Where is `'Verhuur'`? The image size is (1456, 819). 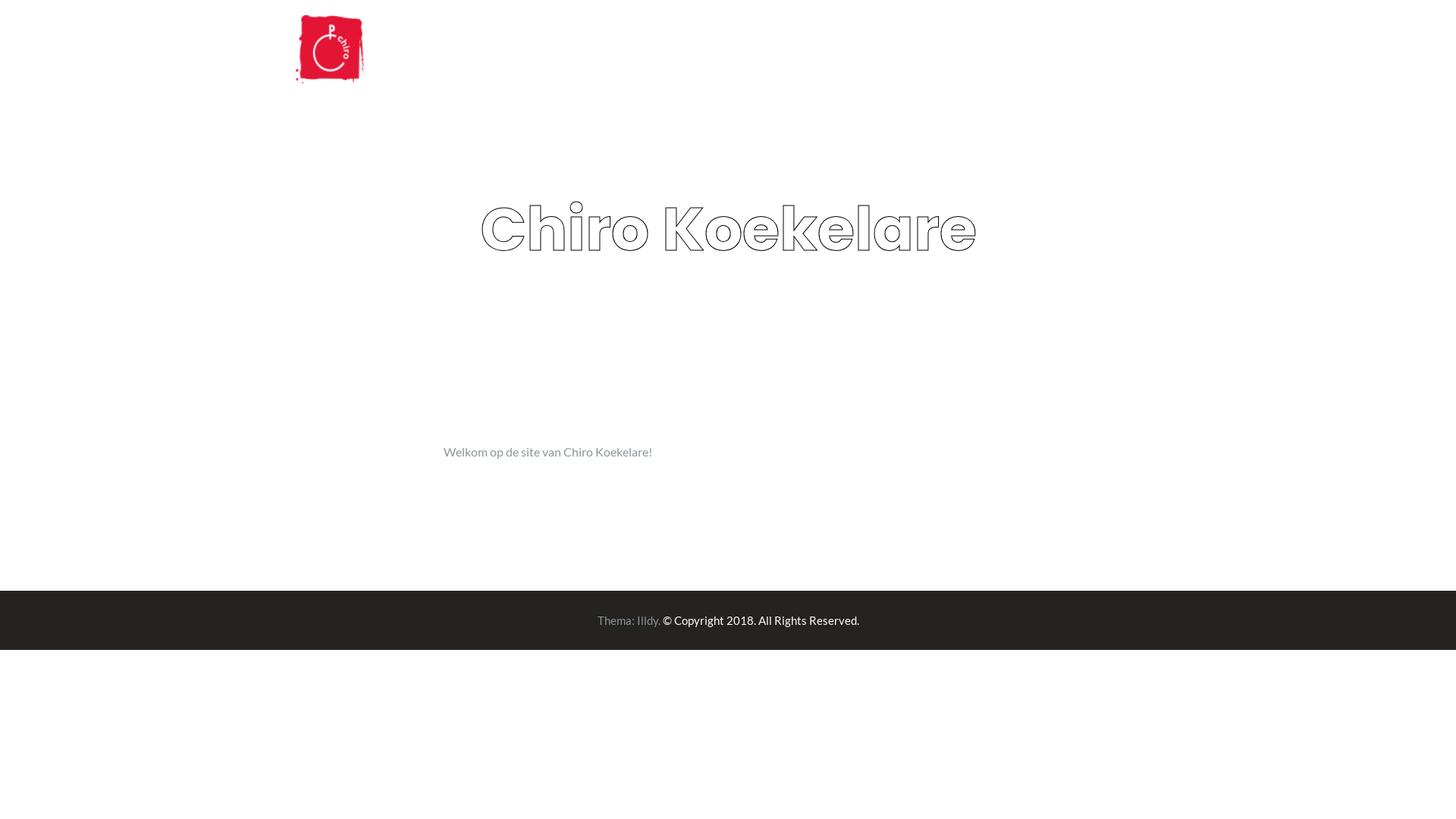
'Verhuur' is located at coordinates (1131, 51).